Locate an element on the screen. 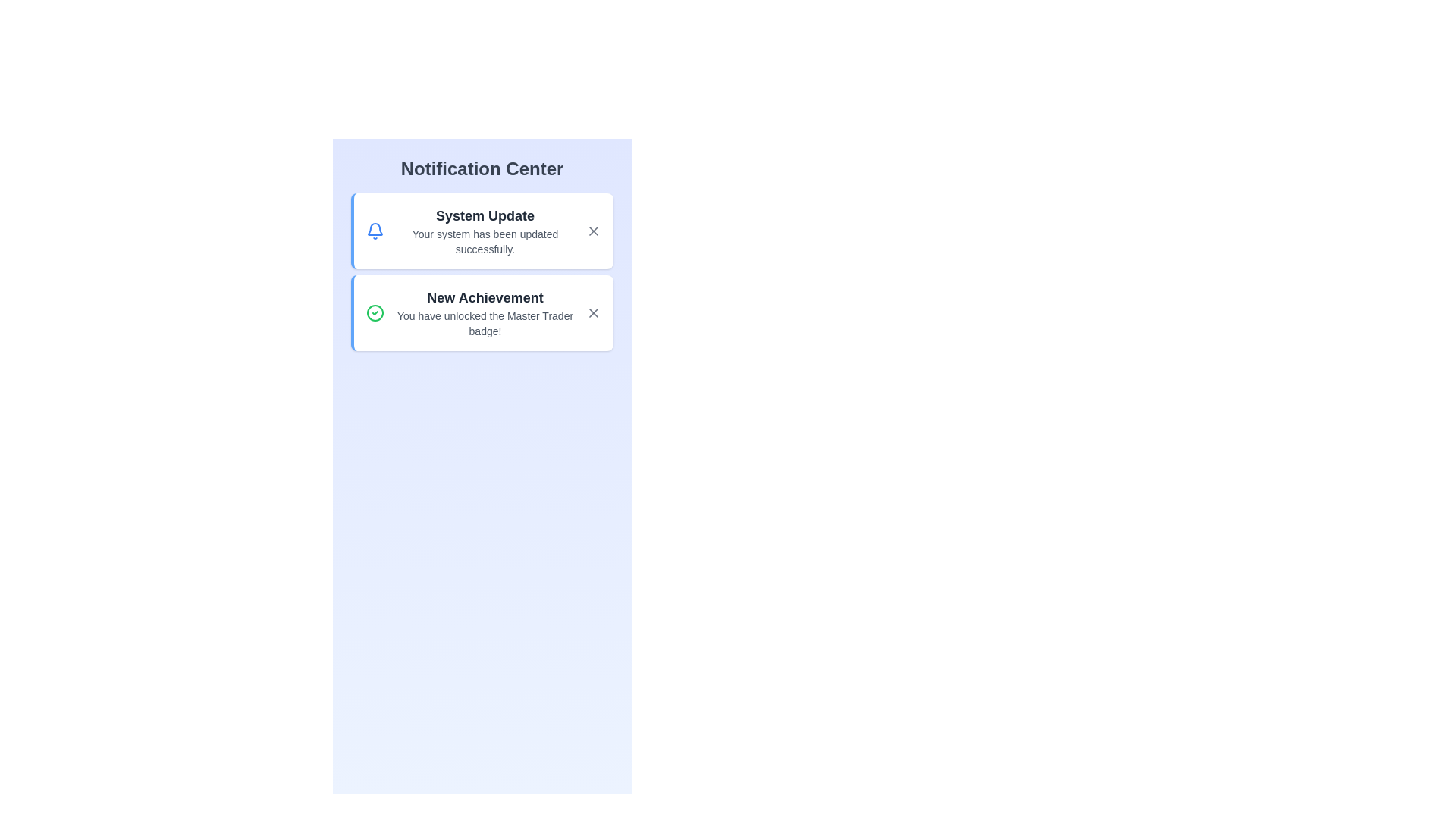 The height and width of the screenshot is (819, 1456). the Notification card titled 'System Update' which has a white background and a blue vertical border, located at the top of the notification list is located at coordinates (481, 231).